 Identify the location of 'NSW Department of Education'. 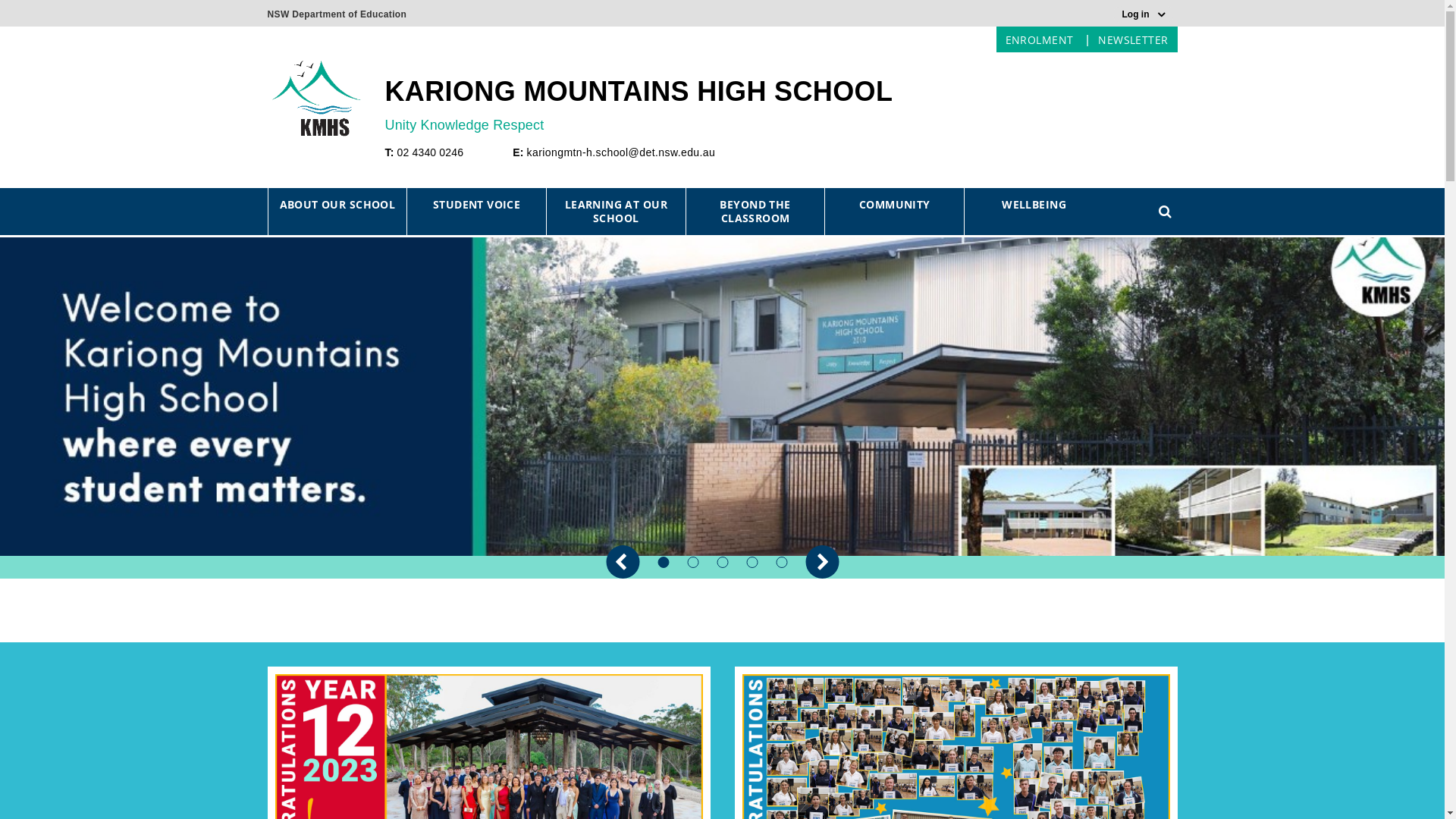
(336, 11).